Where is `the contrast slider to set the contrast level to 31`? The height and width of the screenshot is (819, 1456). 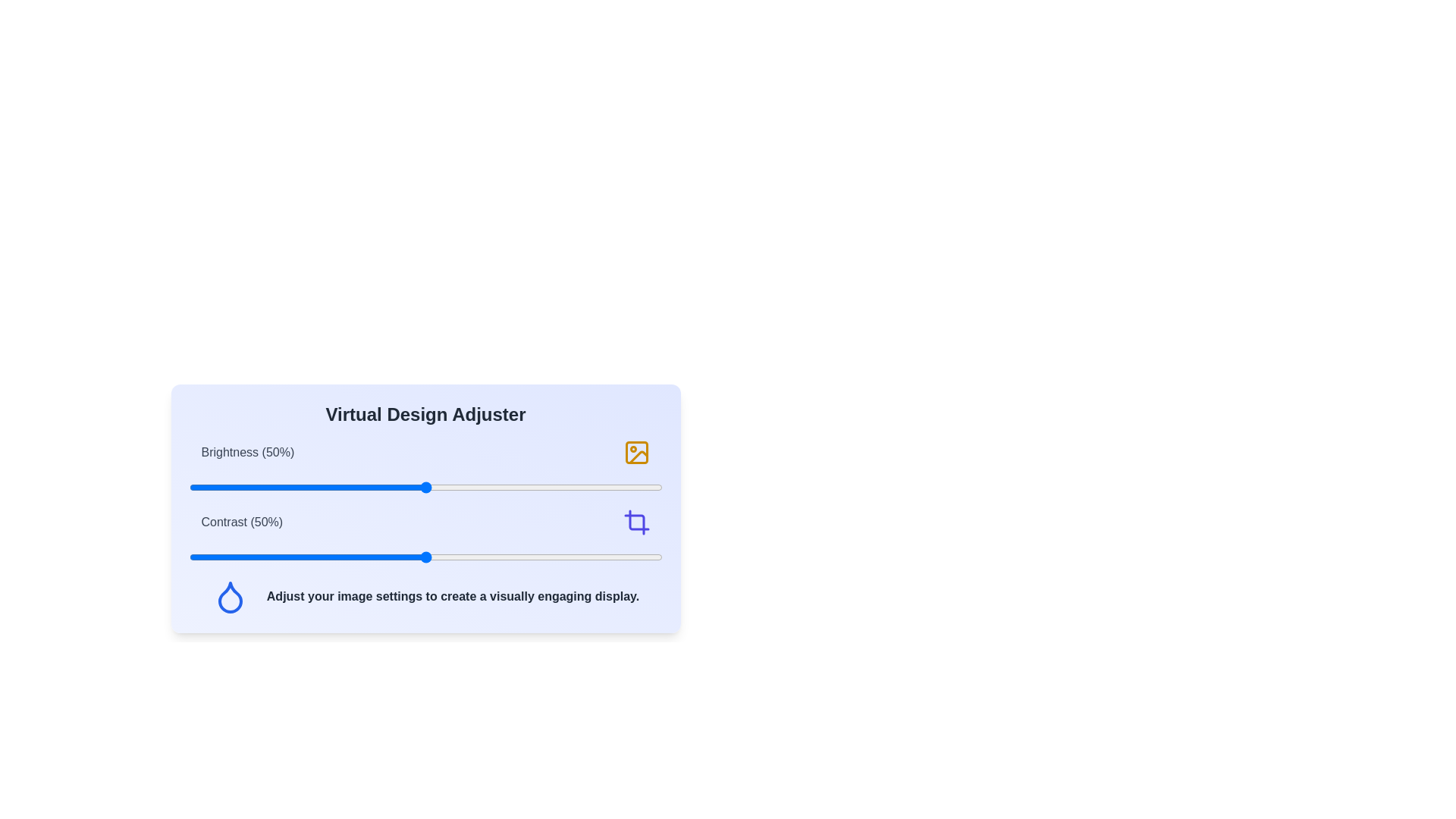
the contrast slider to set the contrast level to 31 is located at coordinates (334, 557).